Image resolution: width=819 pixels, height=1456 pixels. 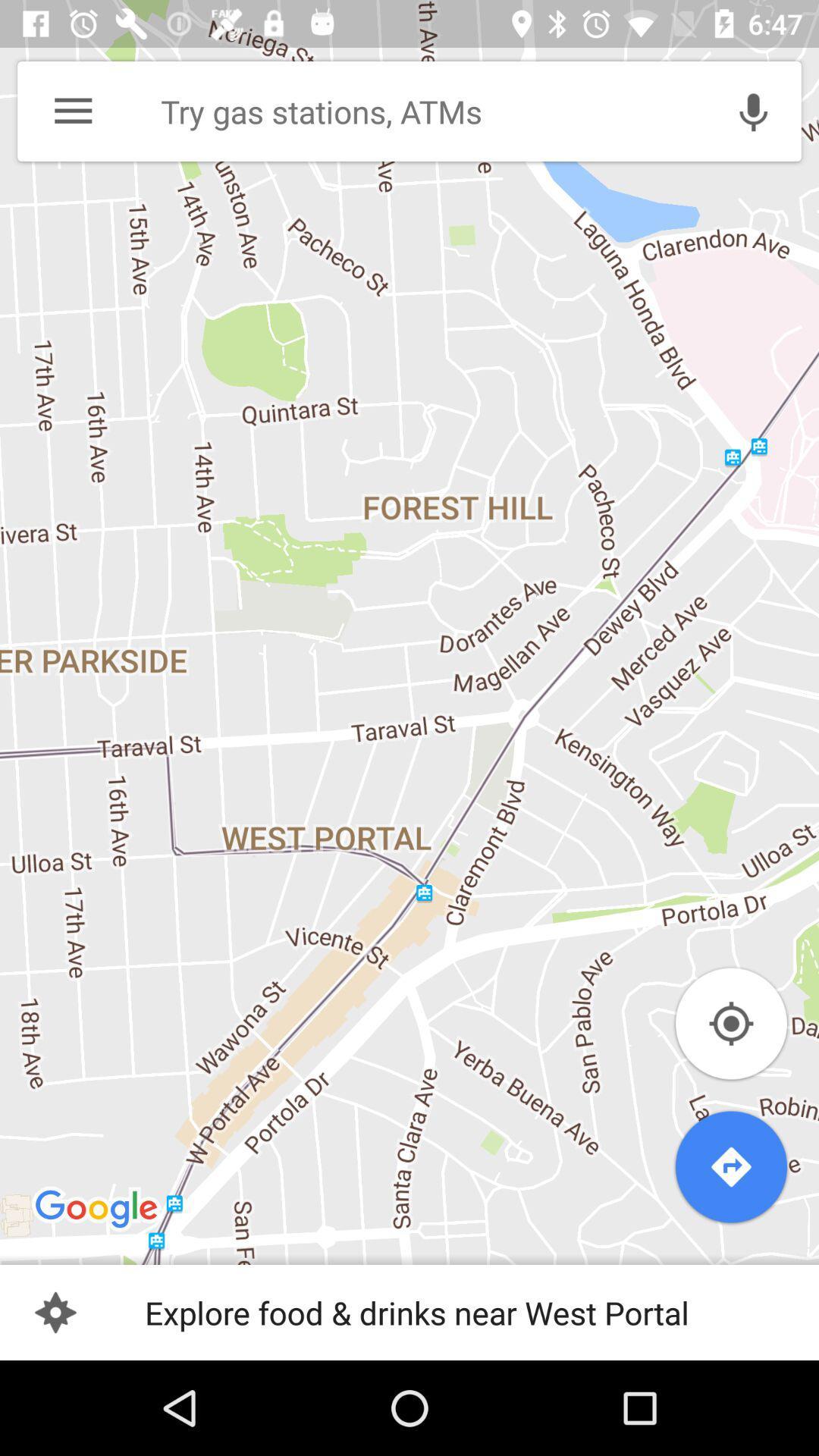 What do you see at coordinates (754, 111) in the screenshot?
I see `the microphone option` at bounding box center [754, 111].